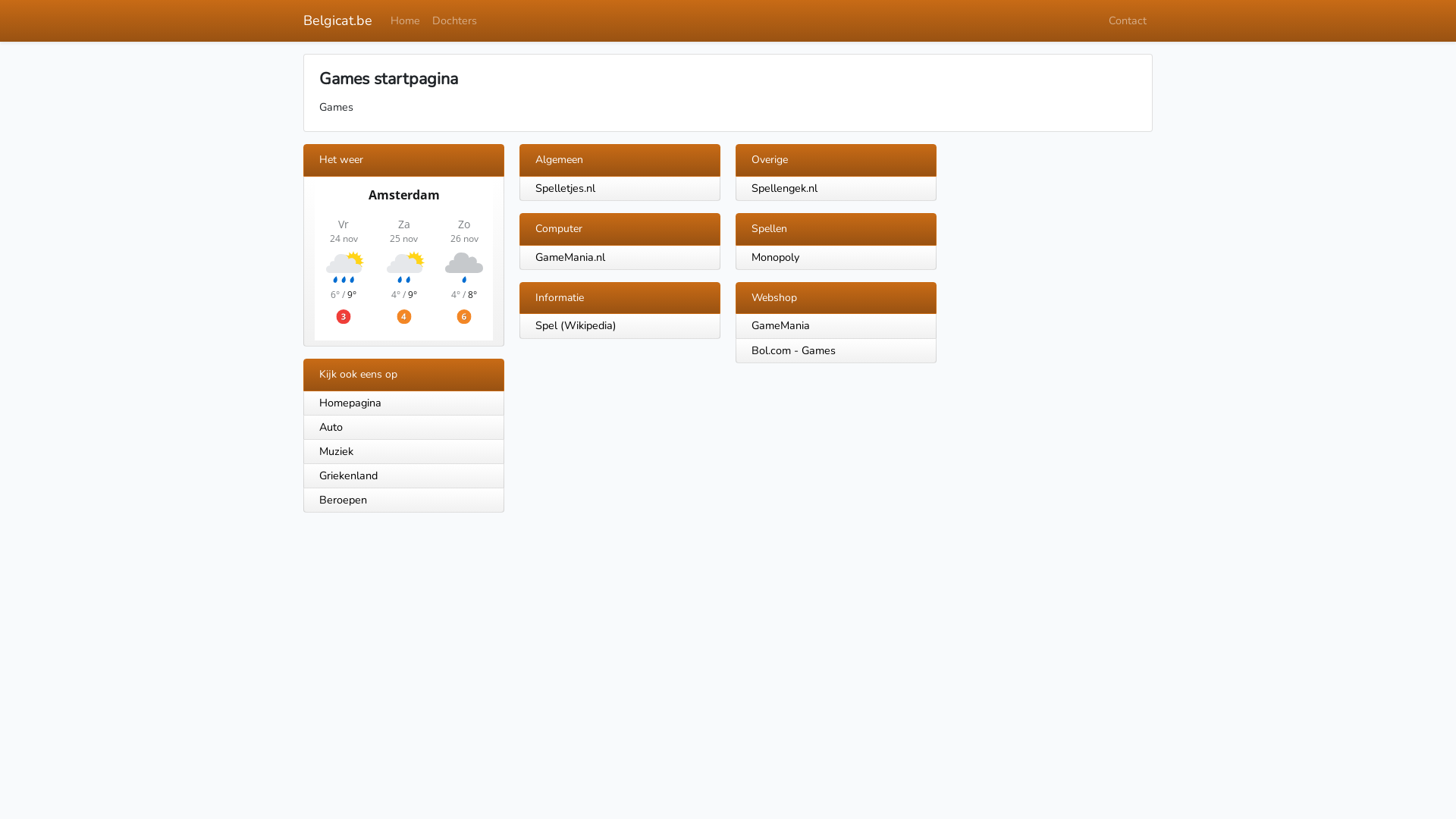 This screenshot has height=819, width=1456. What do you see at coordinates (1103, 20) in the screenshot?
I see `'Contact'` at bounding box center [1103, 20].